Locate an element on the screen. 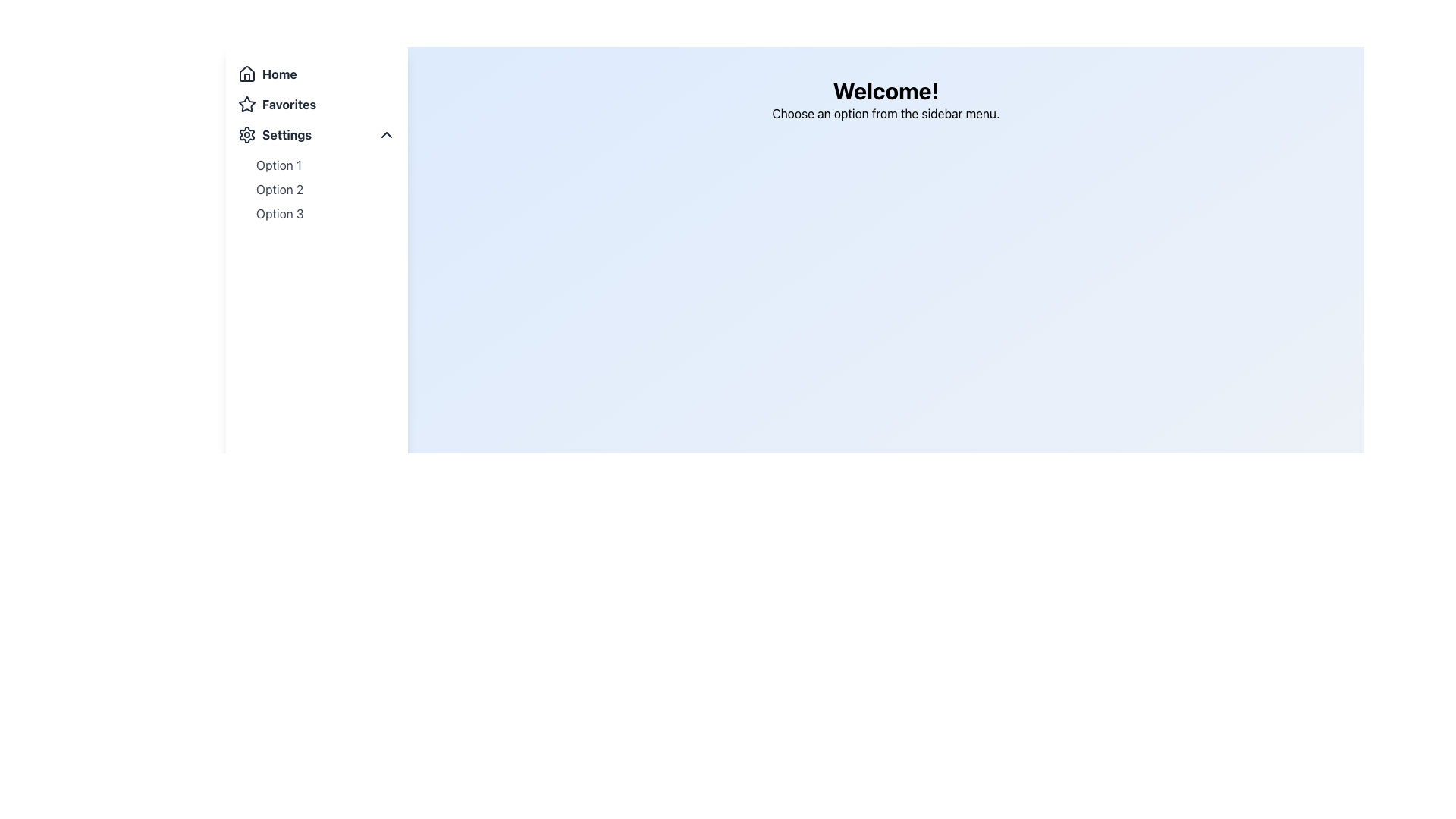 The width and height of the screenshot is (1456, 819). the second entry labeled 'Option 2' in the settings menu is located at coordinates (280, 189).